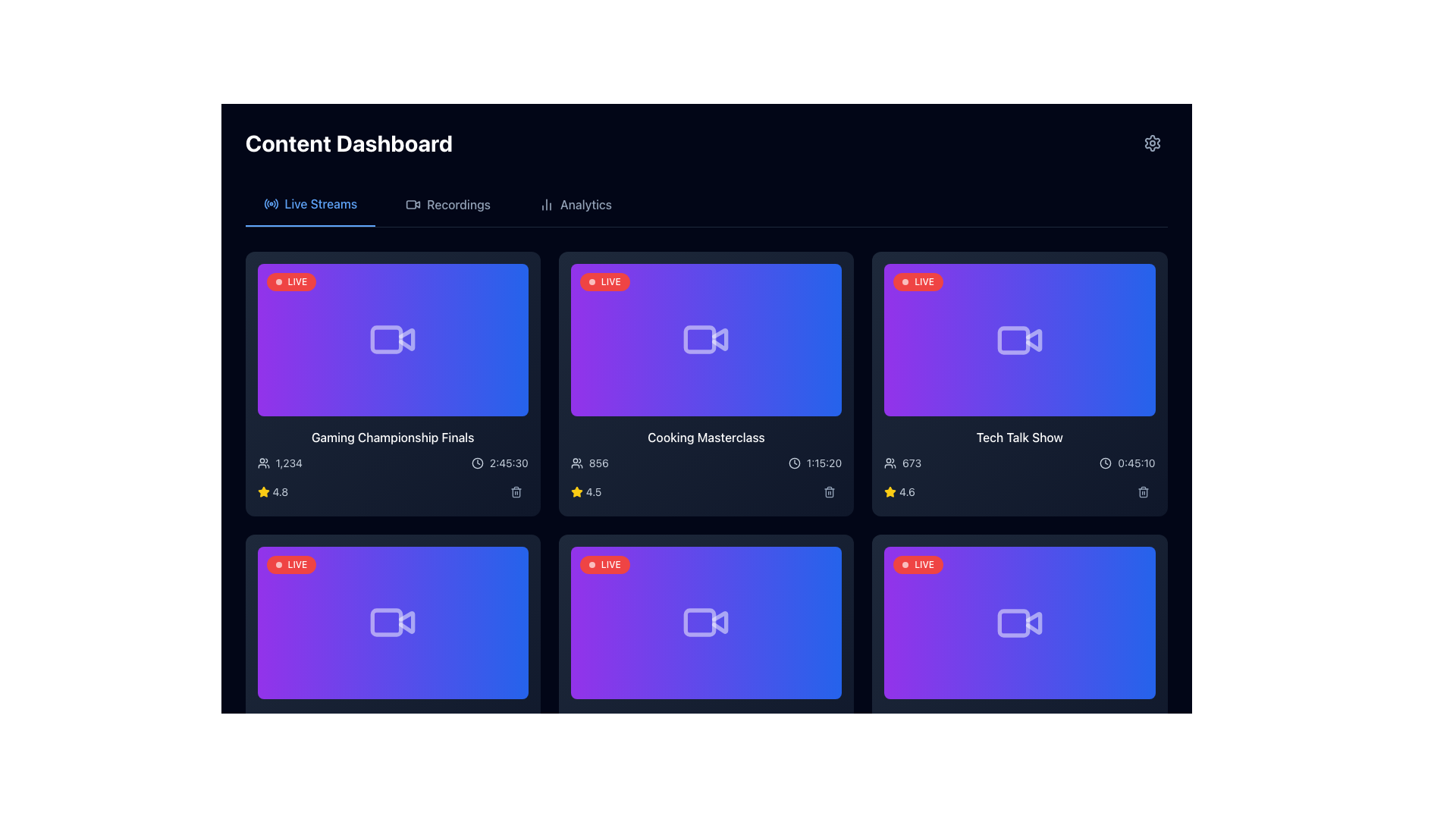 The height and width of the screenshot is (819, 1456). I want to click on the video camera icon located in the center of the gradient rectangle within the 'Gaming Championship Finals' card, just below the 'LIVE' badge for potential interaction, so click(393, 339).